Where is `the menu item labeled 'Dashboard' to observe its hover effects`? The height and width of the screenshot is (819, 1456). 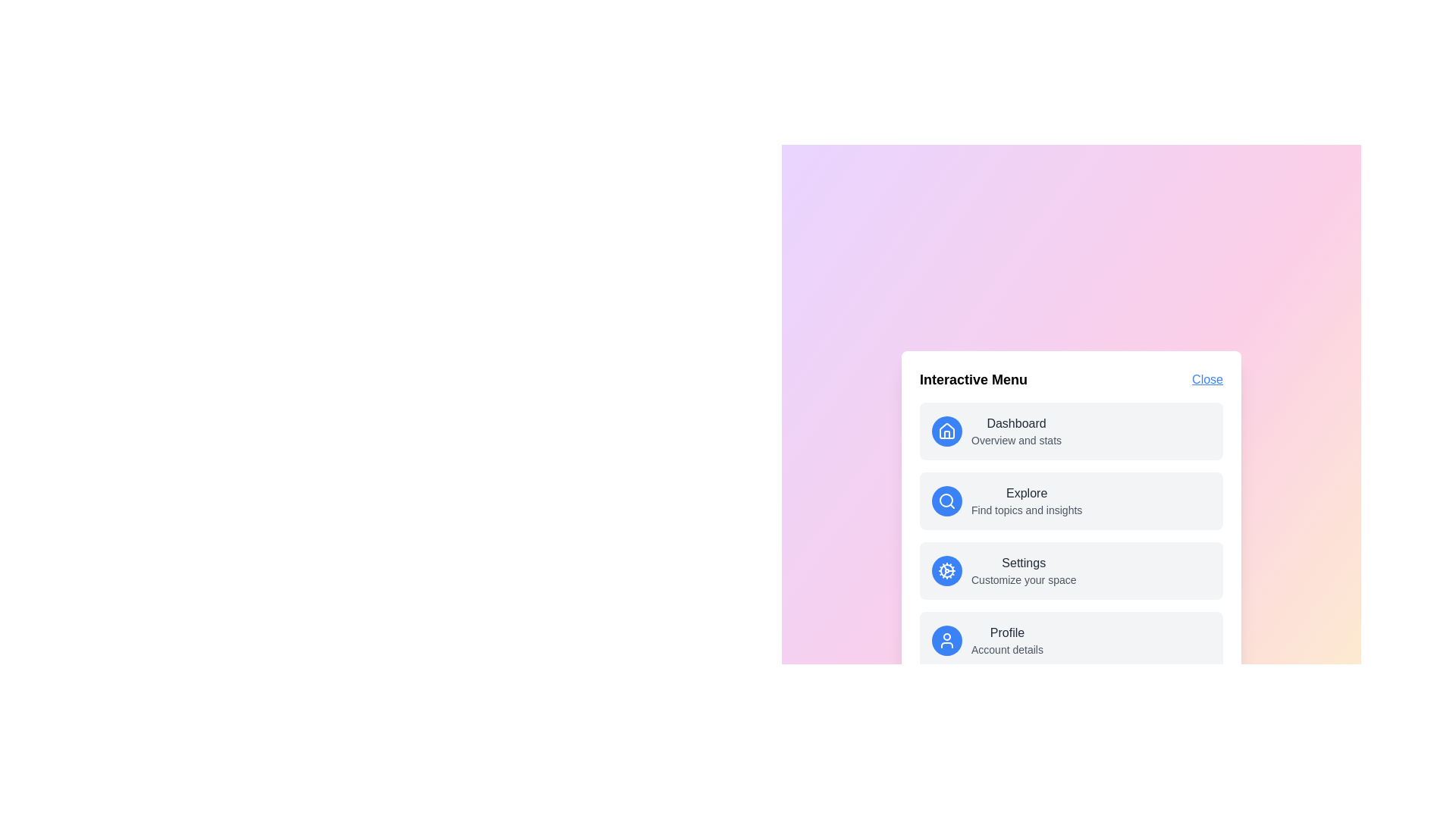 the menu item labeled 'Dashboard' to observe its hover effects is located at coordinates (1070, 431).